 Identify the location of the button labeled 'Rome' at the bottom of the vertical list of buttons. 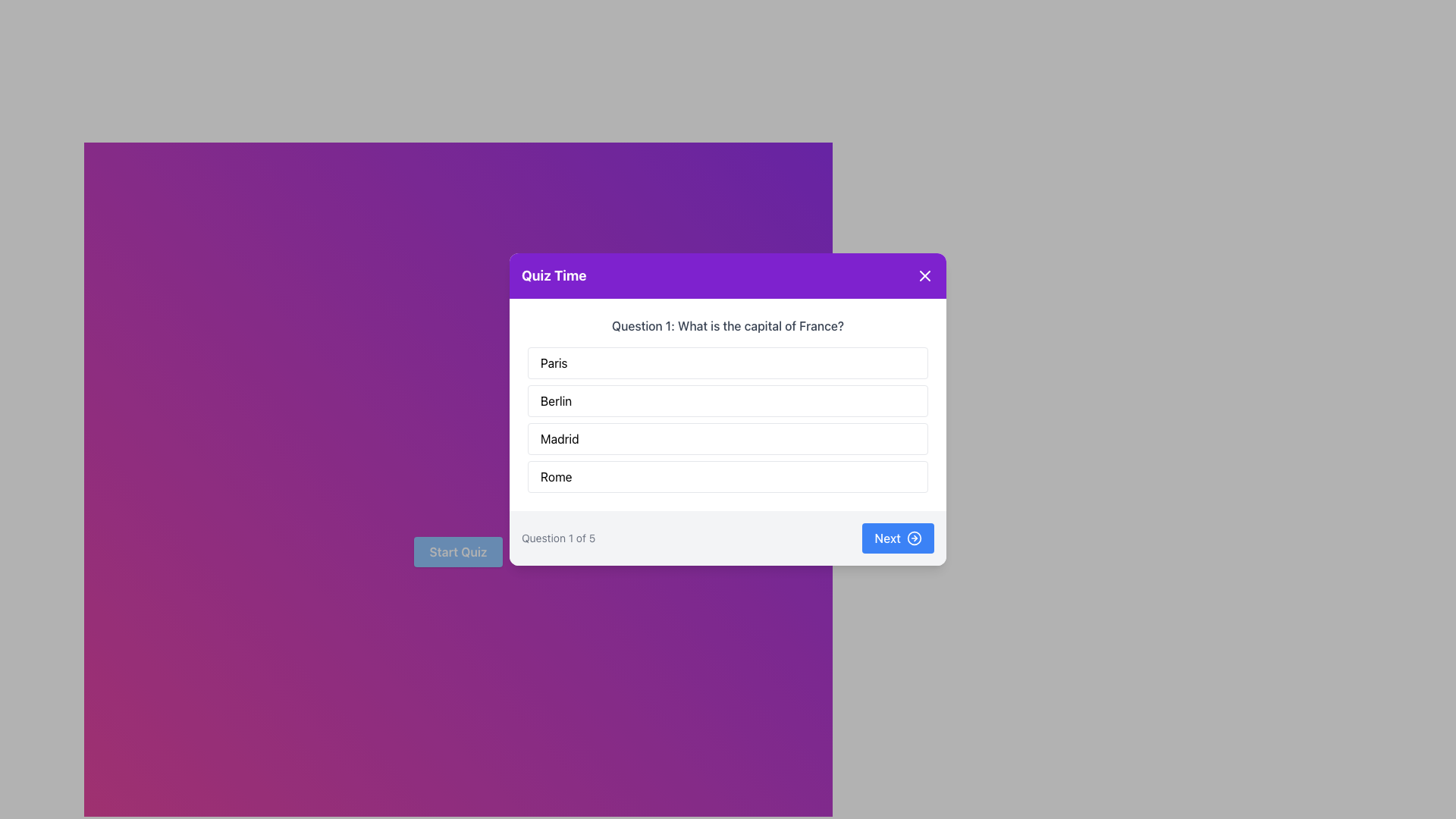
(728, 475).